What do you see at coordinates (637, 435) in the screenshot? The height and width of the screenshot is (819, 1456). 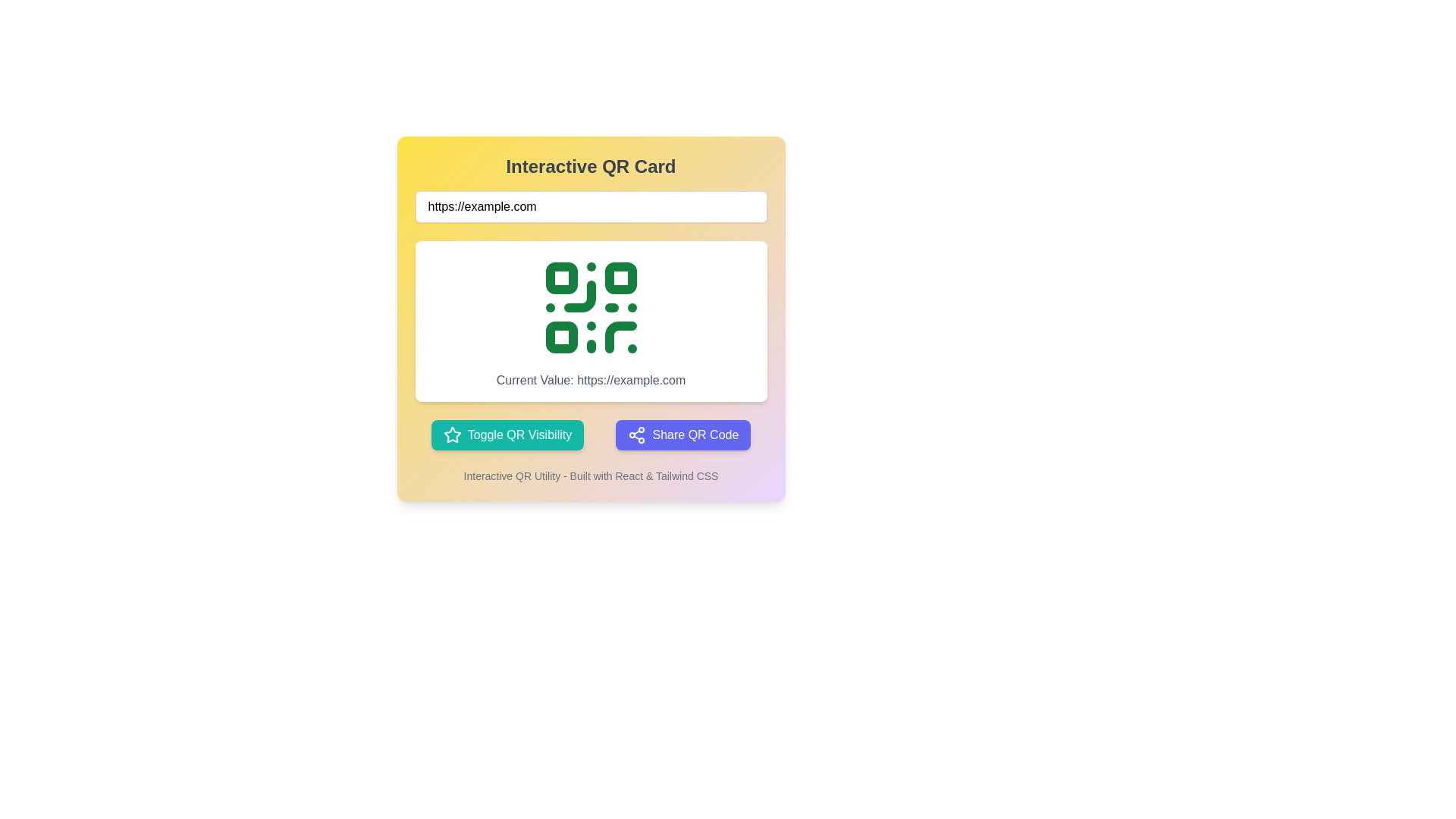 I see `the sharing icon, which is a connected nodes structure with a circular layout, styled in white on a purple background, located to the left of the 'Share QR Code' button` at bounding box center [637, 435].